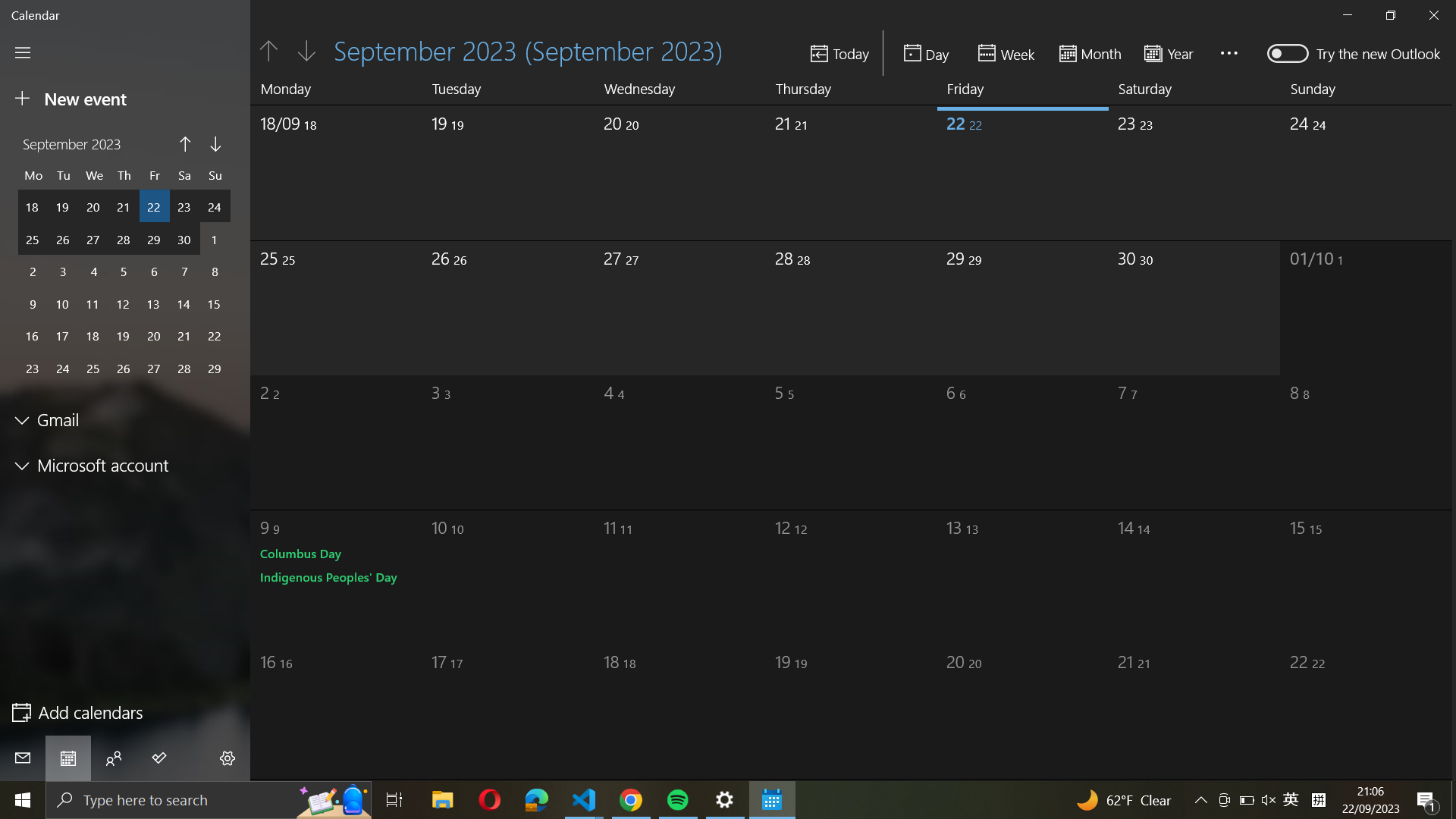 The height and width of the screenshot is (819, 1456). I want to click on the date 18th of September, so click(322, 167).